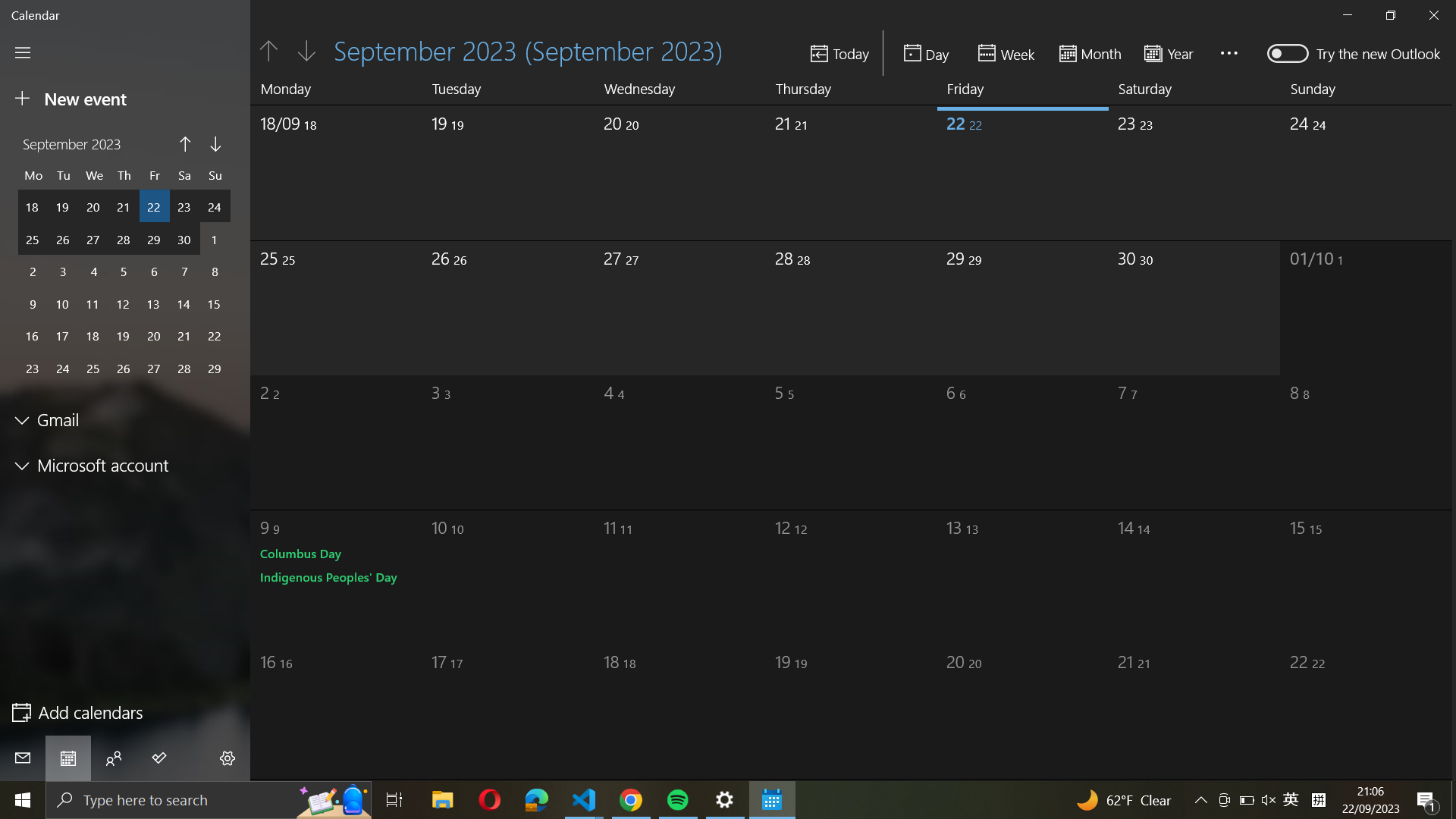 The height and width of the screenshot is (819, 1456). I want to click on the date 18th of September, so click(322, 167).